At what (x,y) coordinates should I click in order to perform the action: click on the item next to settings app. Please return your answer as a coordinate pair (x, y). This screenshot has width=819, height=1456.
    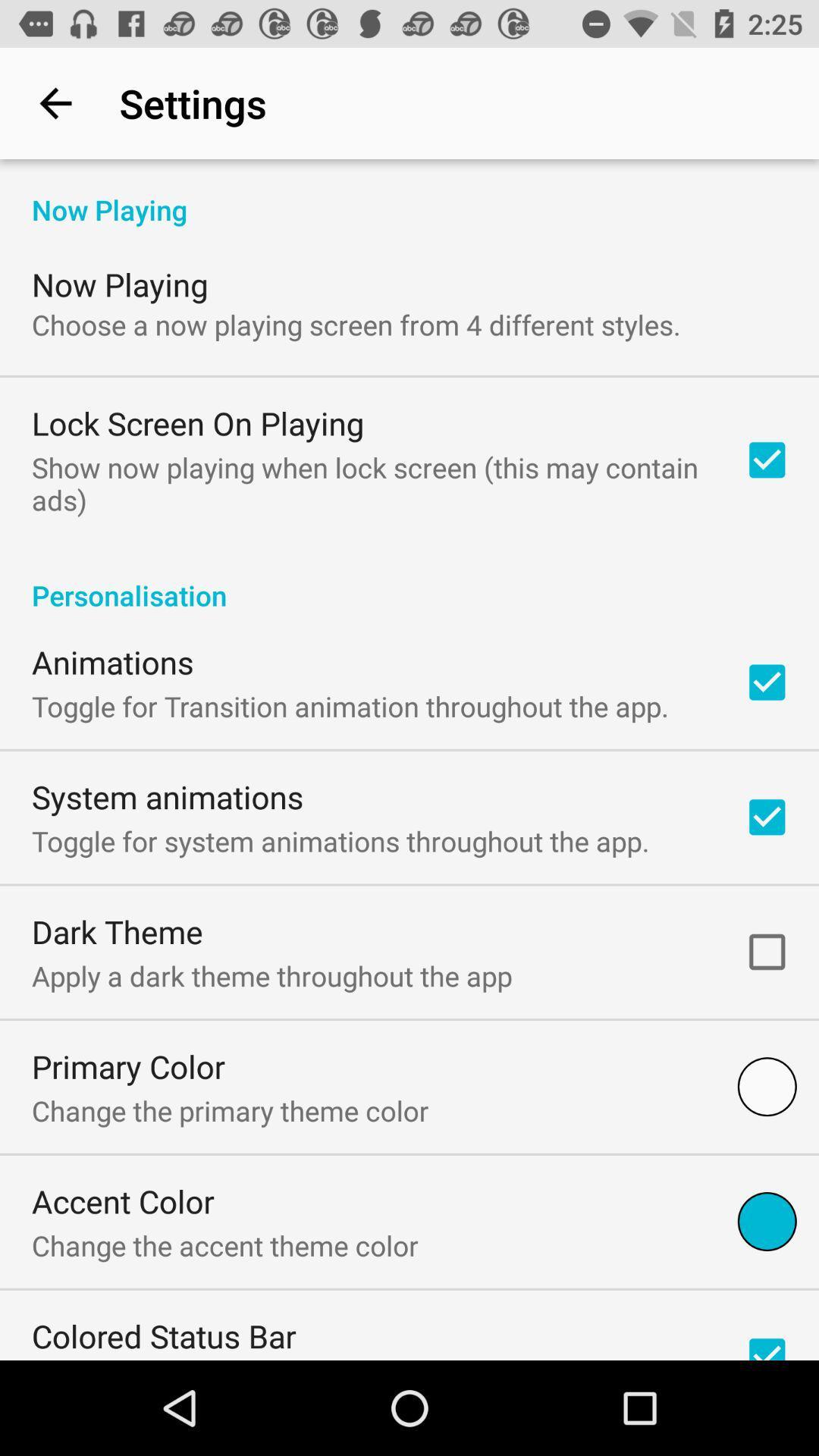
    Looking at the image, I should click on (55, 102).